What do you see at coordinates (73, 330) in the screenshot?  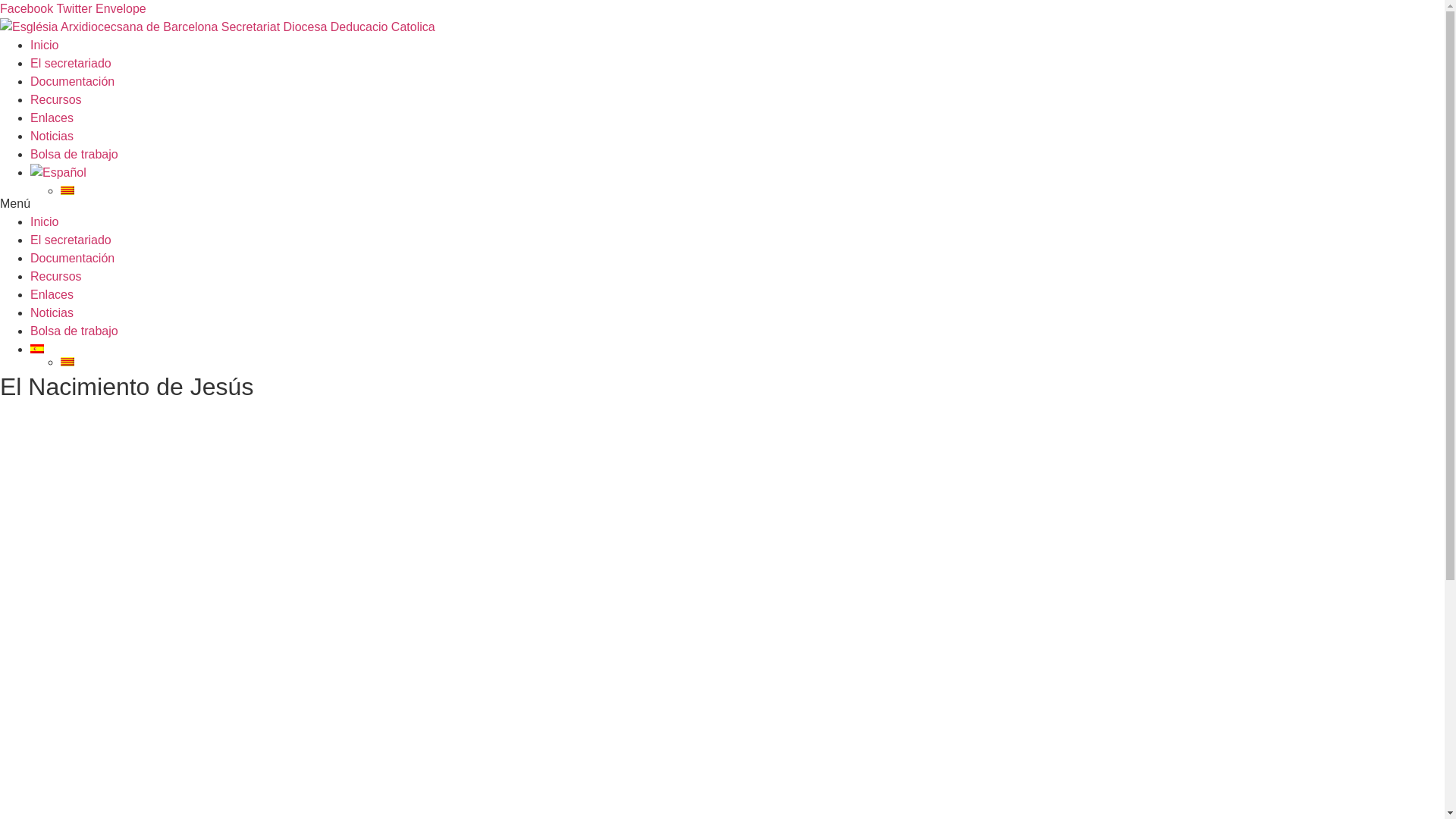 I see `'Bolsa de trabajo'` at bounding box center [73, 330].